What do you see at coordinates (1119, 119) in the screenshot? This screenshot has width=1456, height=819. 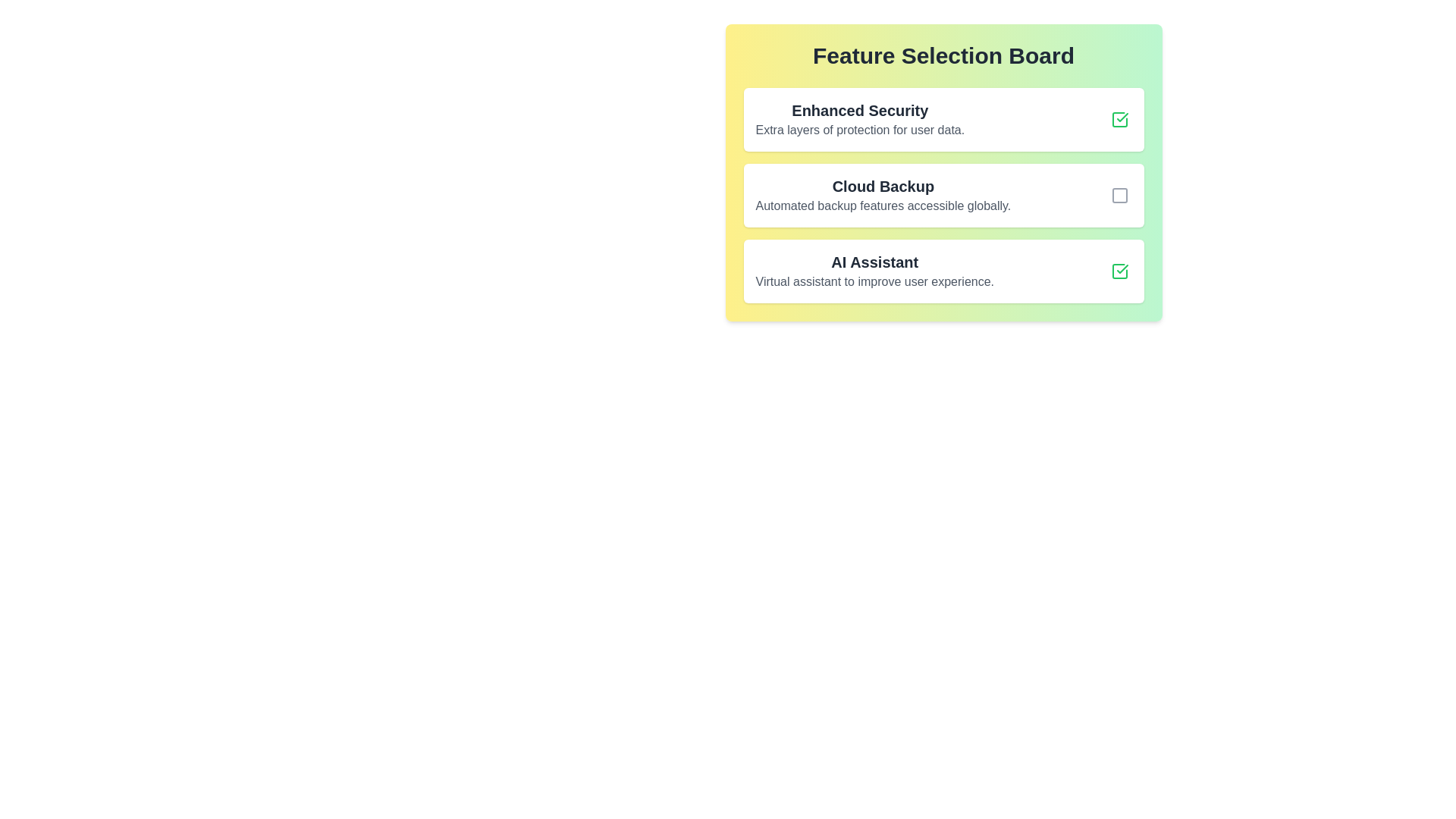 I see `the green checkmark icon indicating that the 'Enhanced Security' option is selected, located adjacent to the 'Enhanced Security' text label in the Feature Selection Board` at bounding box center [1119, 119].